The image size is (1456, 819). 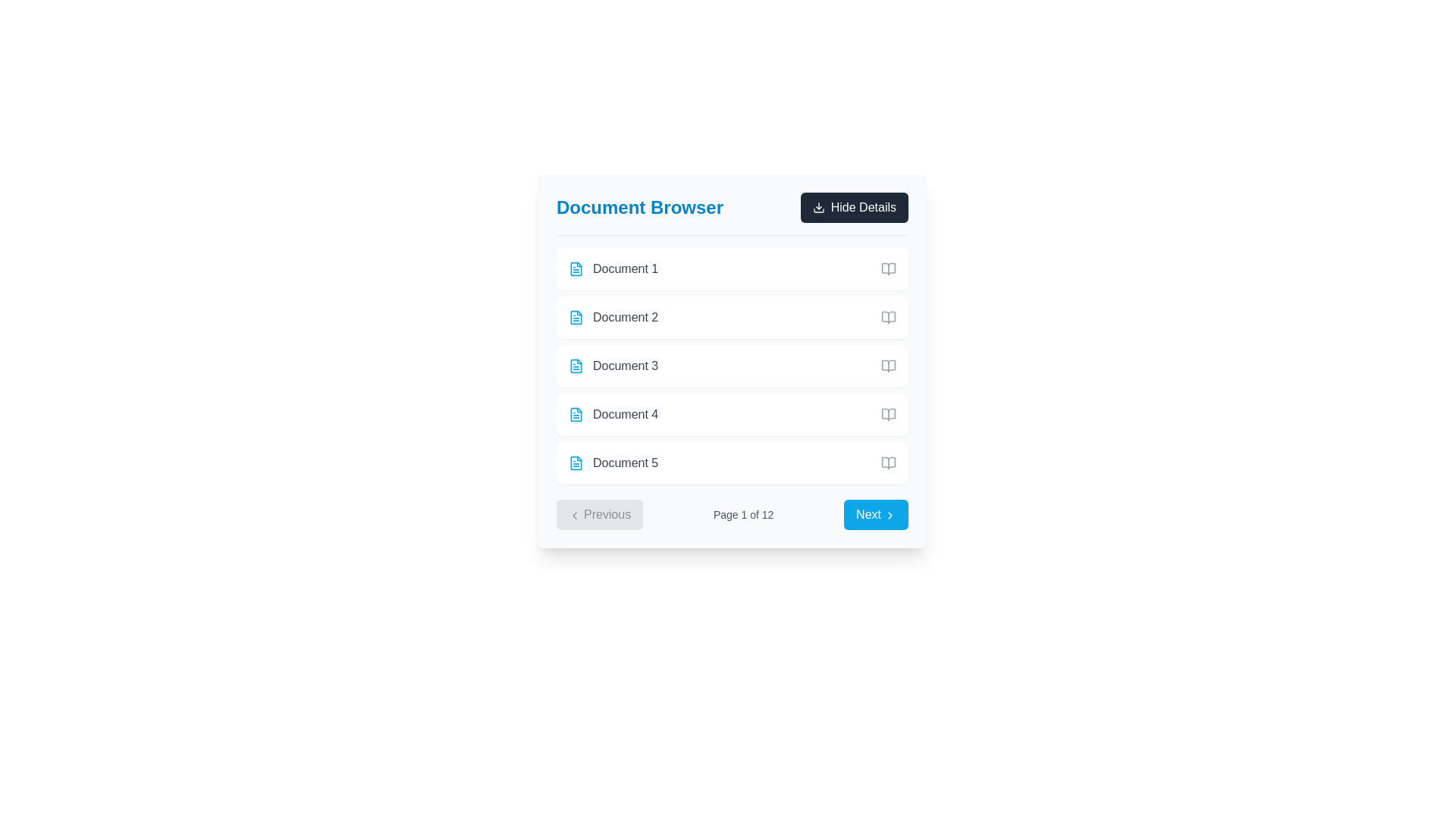 What do you see at coordinates (888, 366) in the screenshot?
I see `the 'open document' icon located to the far right of the 'Document 3' row` at bounding box center [888, 366].